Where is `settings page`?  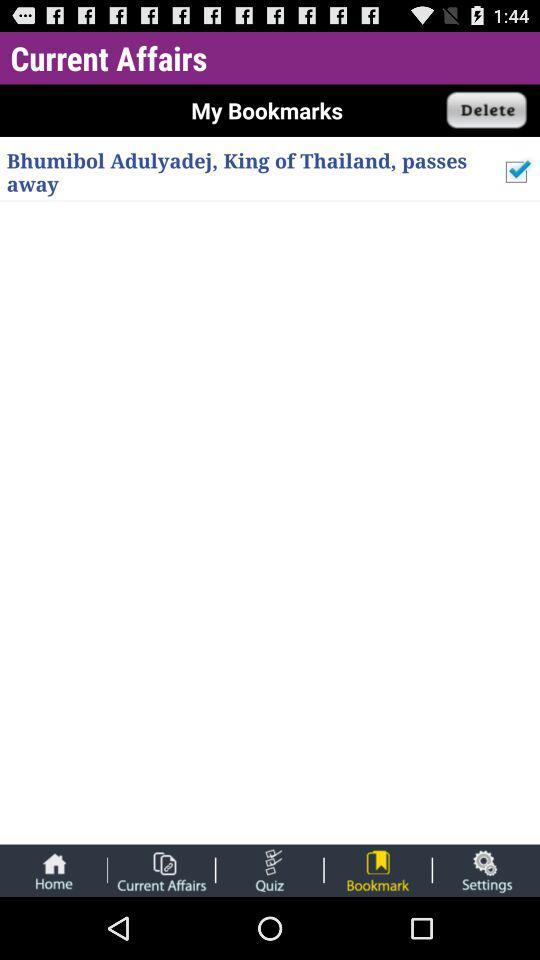
settings page is located at coordinates (485, 869).